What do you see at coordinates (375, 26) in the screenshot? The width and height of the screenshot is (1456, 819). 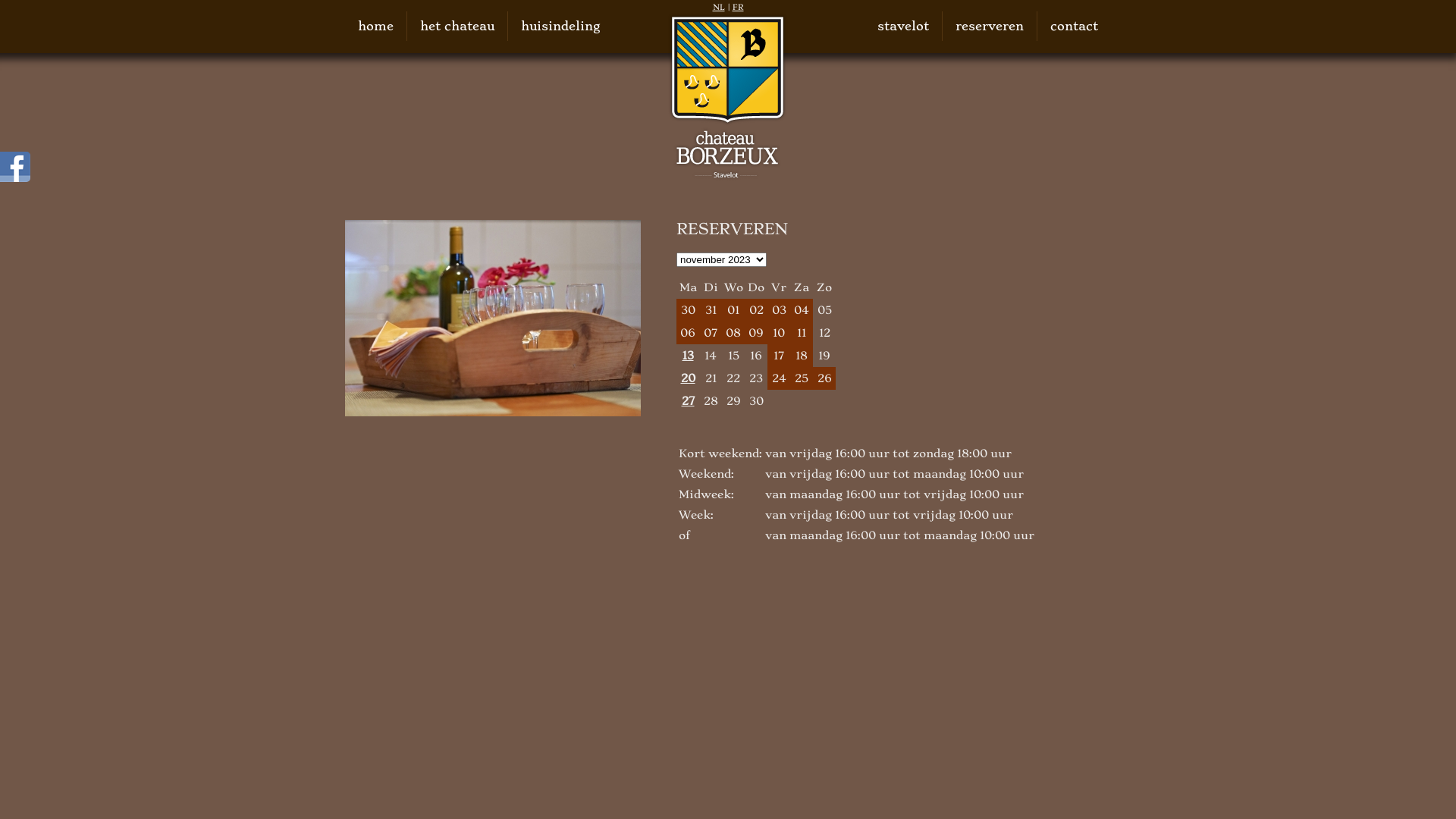 I see `'home'` at bounding box center [375, 26].